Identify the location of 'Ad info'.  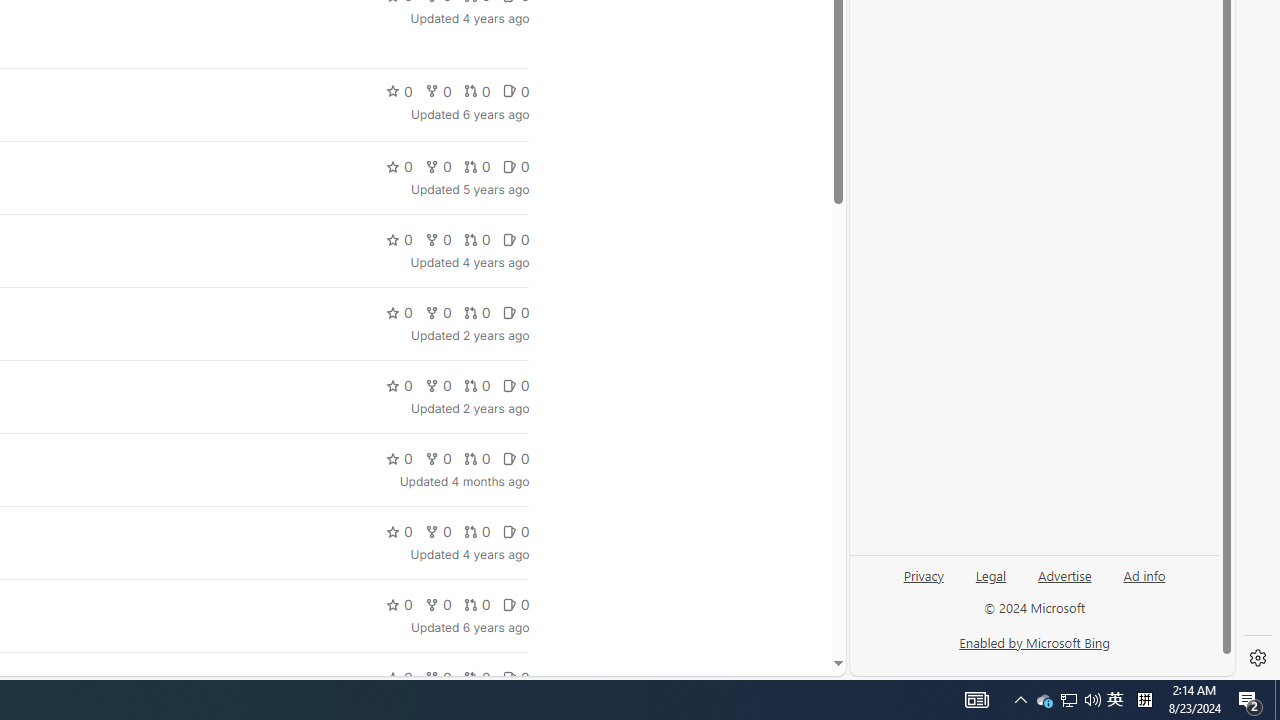
(1144, 574).